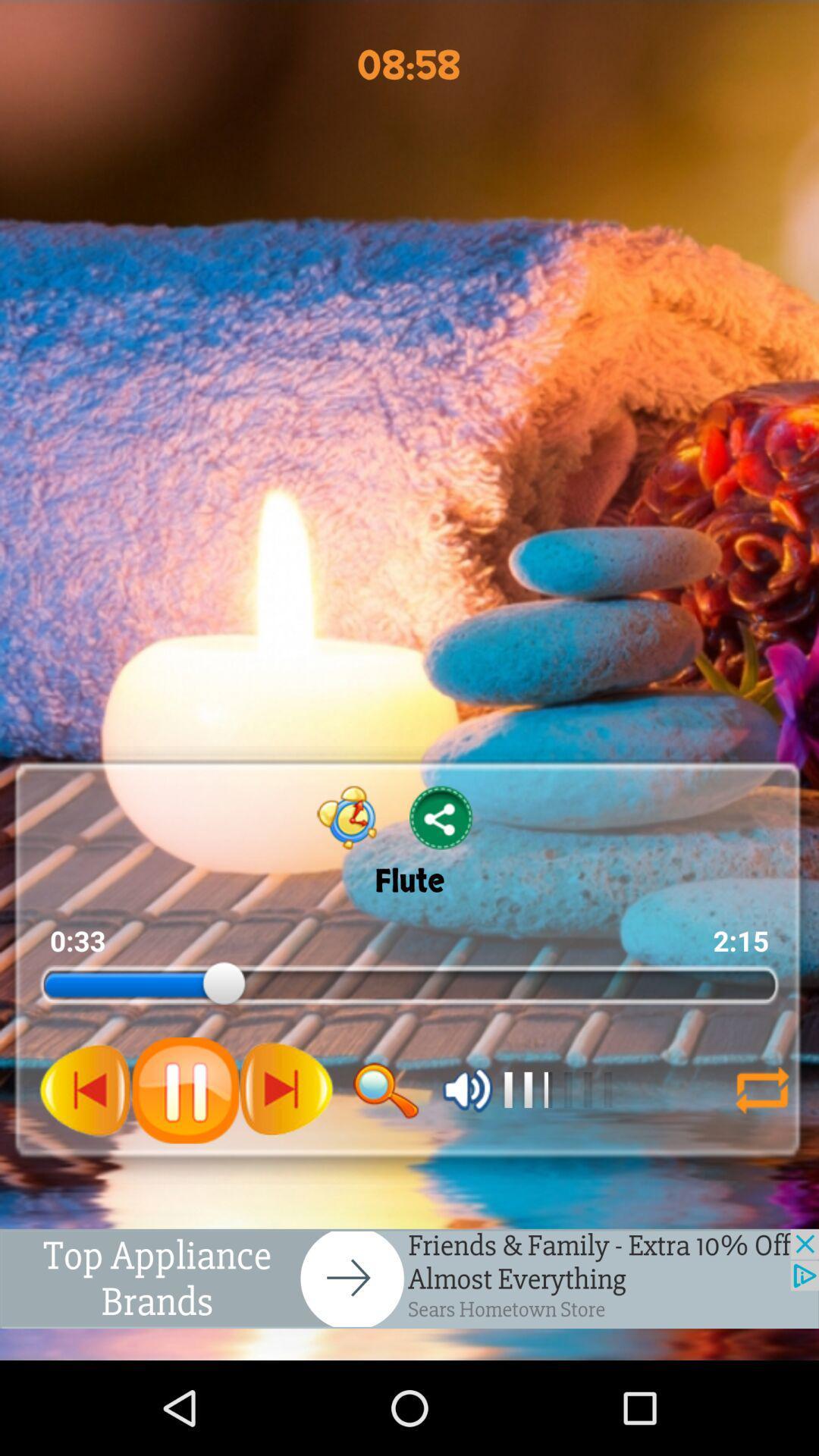 The height and width of the screenshot is (1456, 819). What do you see at coordinates (441, 817) in the screenshot?
I see `tap to share` at bounding box center [441, 817].